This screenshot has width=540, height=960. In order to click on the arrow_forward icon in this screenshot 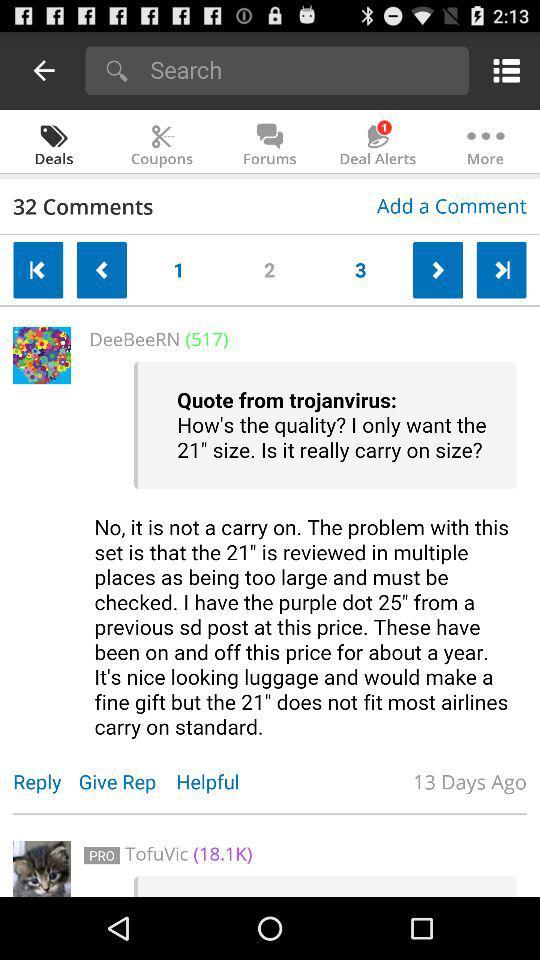, I will do `click(437, 288)`.